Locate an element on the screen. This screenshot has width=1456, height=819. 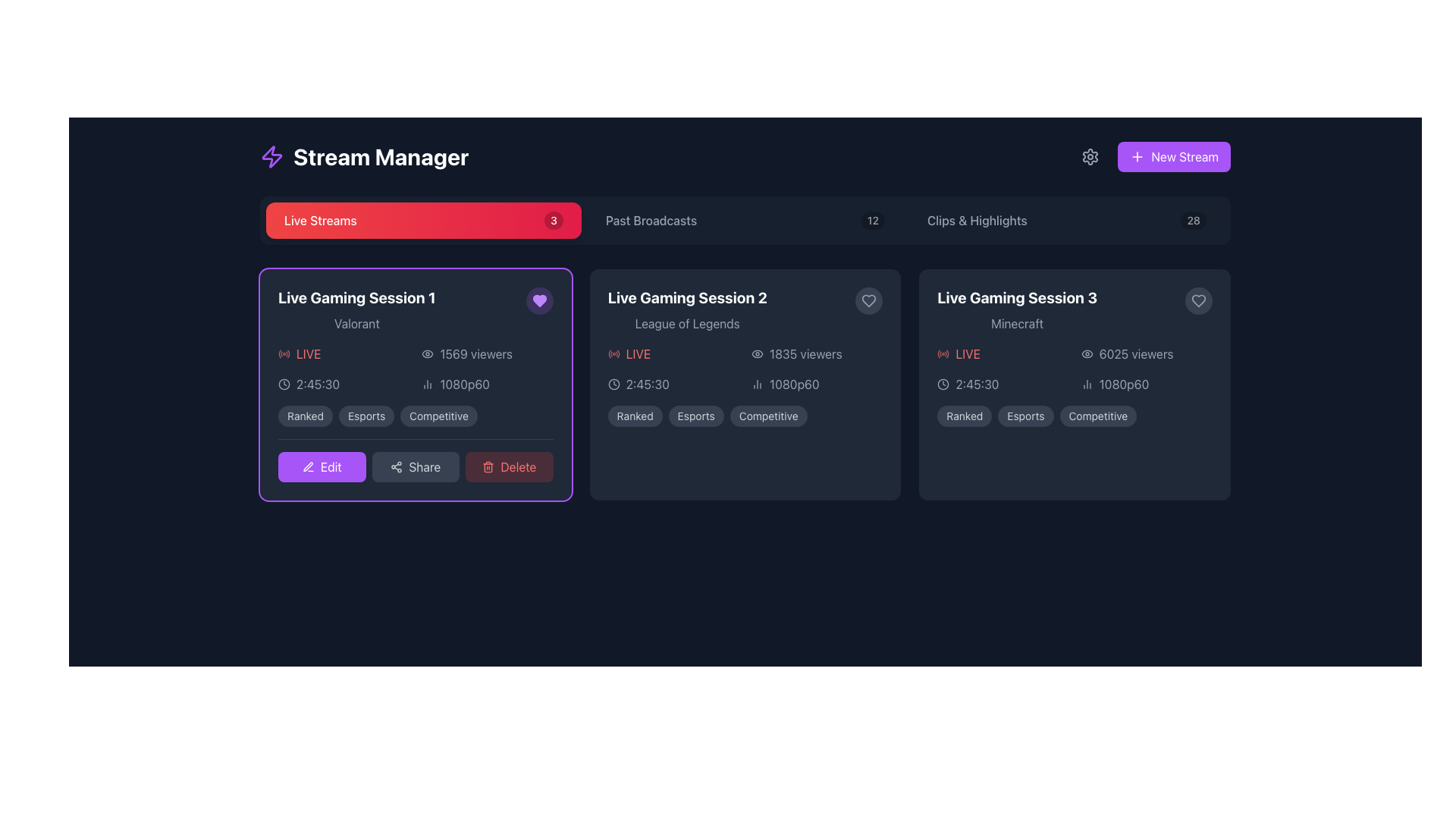
the text label that indicates the active status of the live session for 'Live Gaming Session 1', which is located in the center-left region of the primary card content is located at coordinates (308, 353).